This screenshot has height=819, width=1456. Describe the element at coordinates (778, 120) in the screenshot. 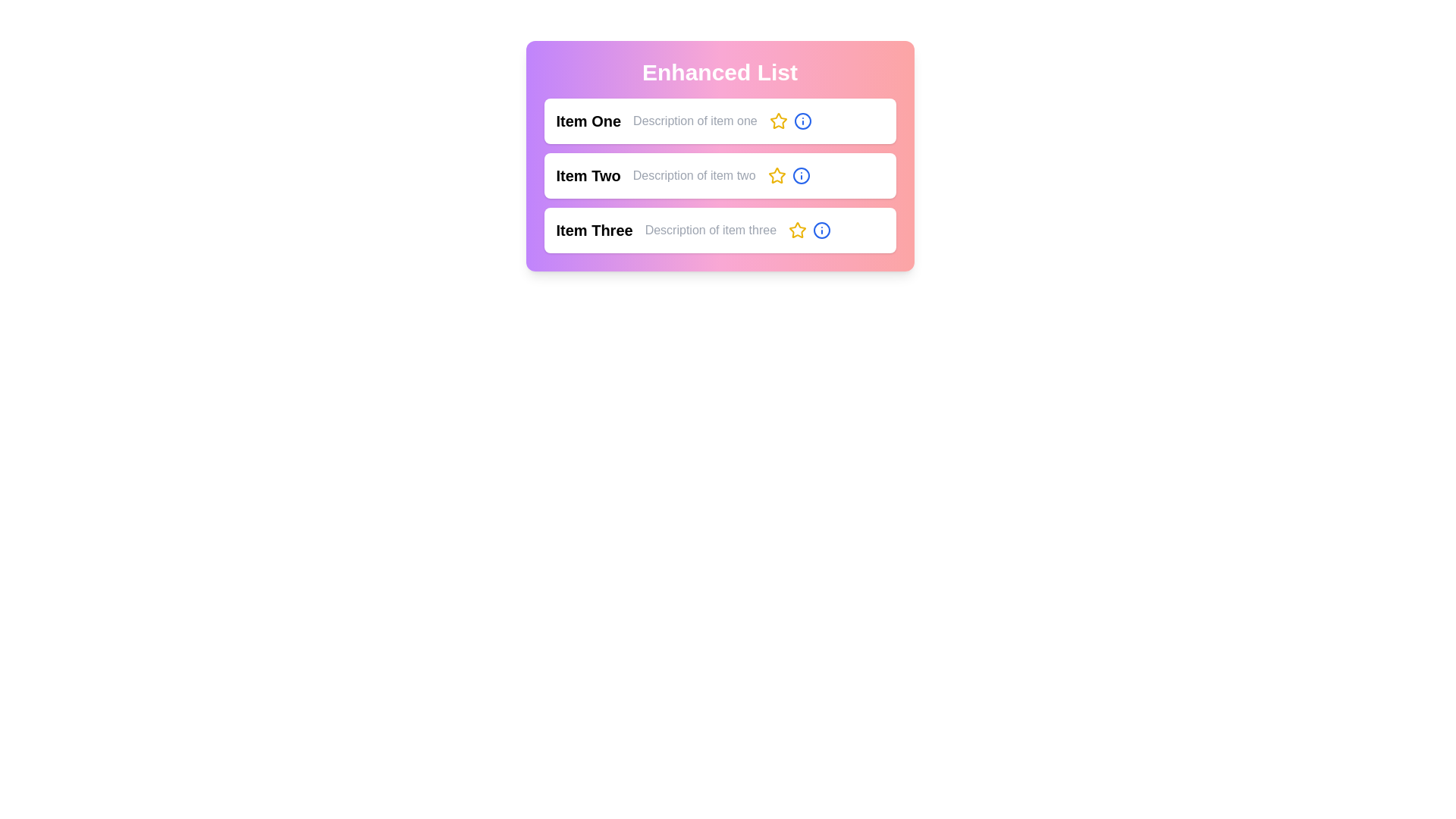

I see `the star icon next to Item One` at that location.